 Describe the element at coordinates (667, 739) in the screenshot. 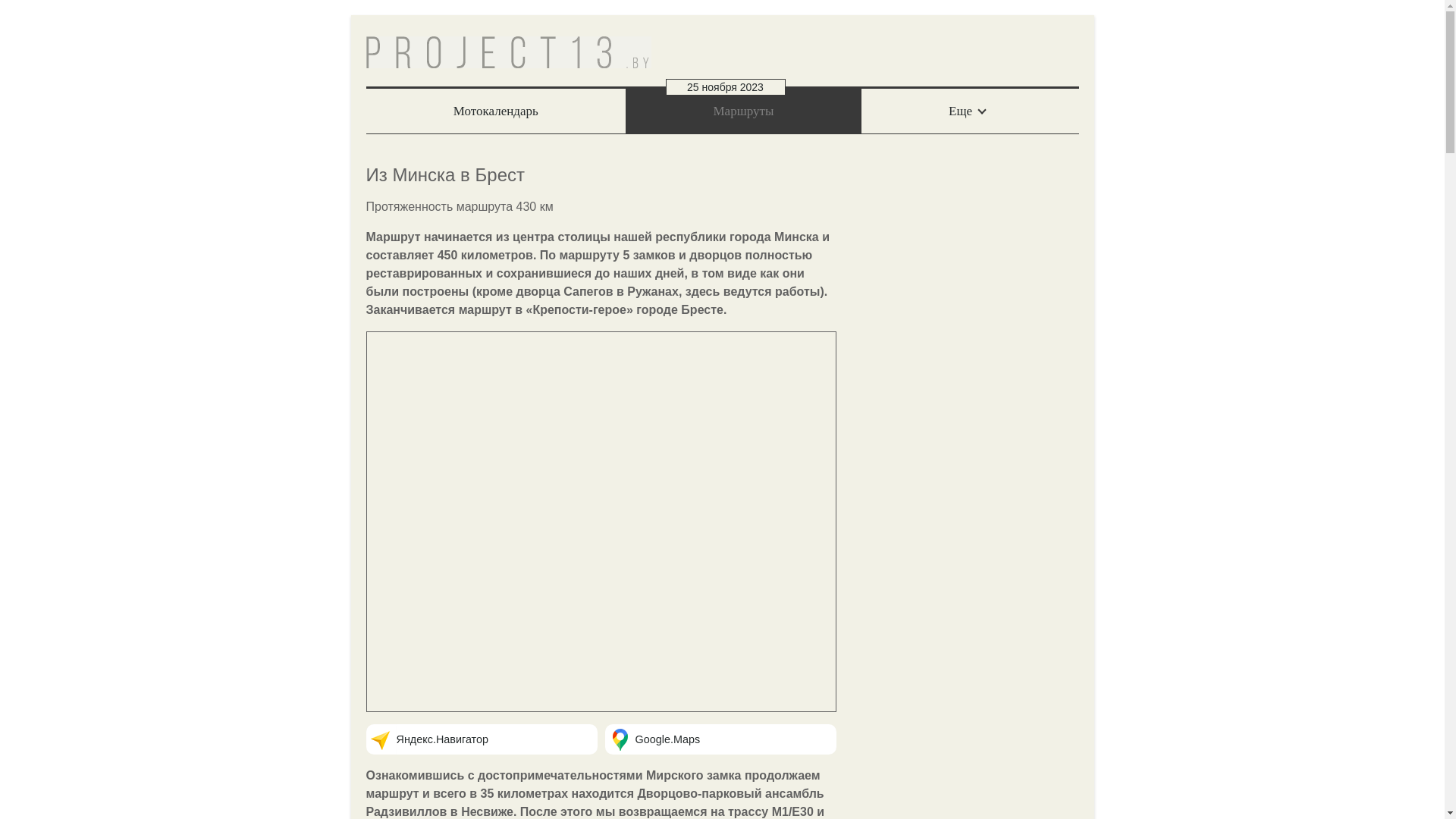

I see `'Google.Maps'` at that location.